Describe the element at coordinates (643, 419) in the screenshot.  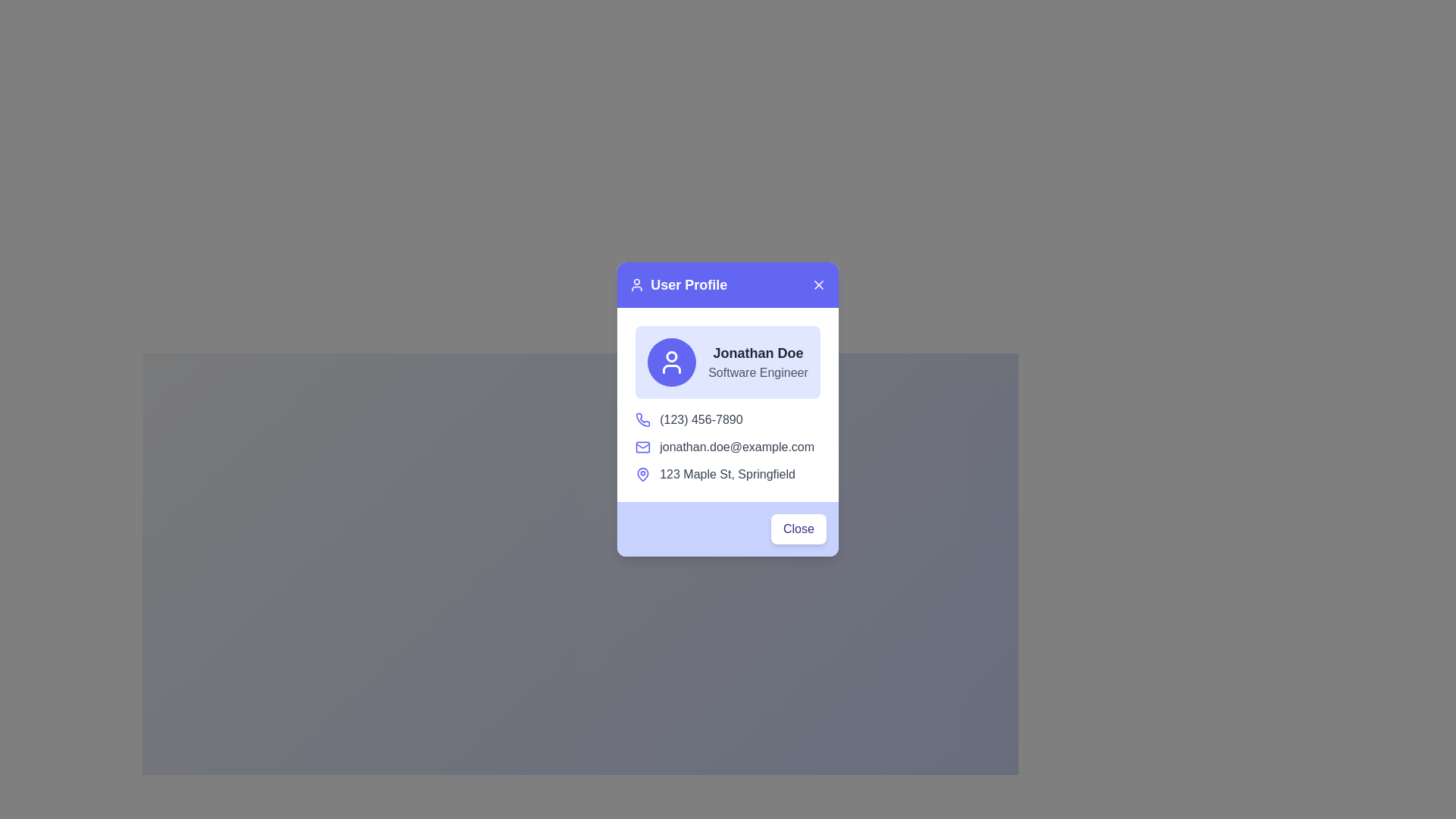
I see `the purple vintage telephone receiver icon positioned to the left of the phone number '(123) 456-7890' in the user profile card layout` at that location.